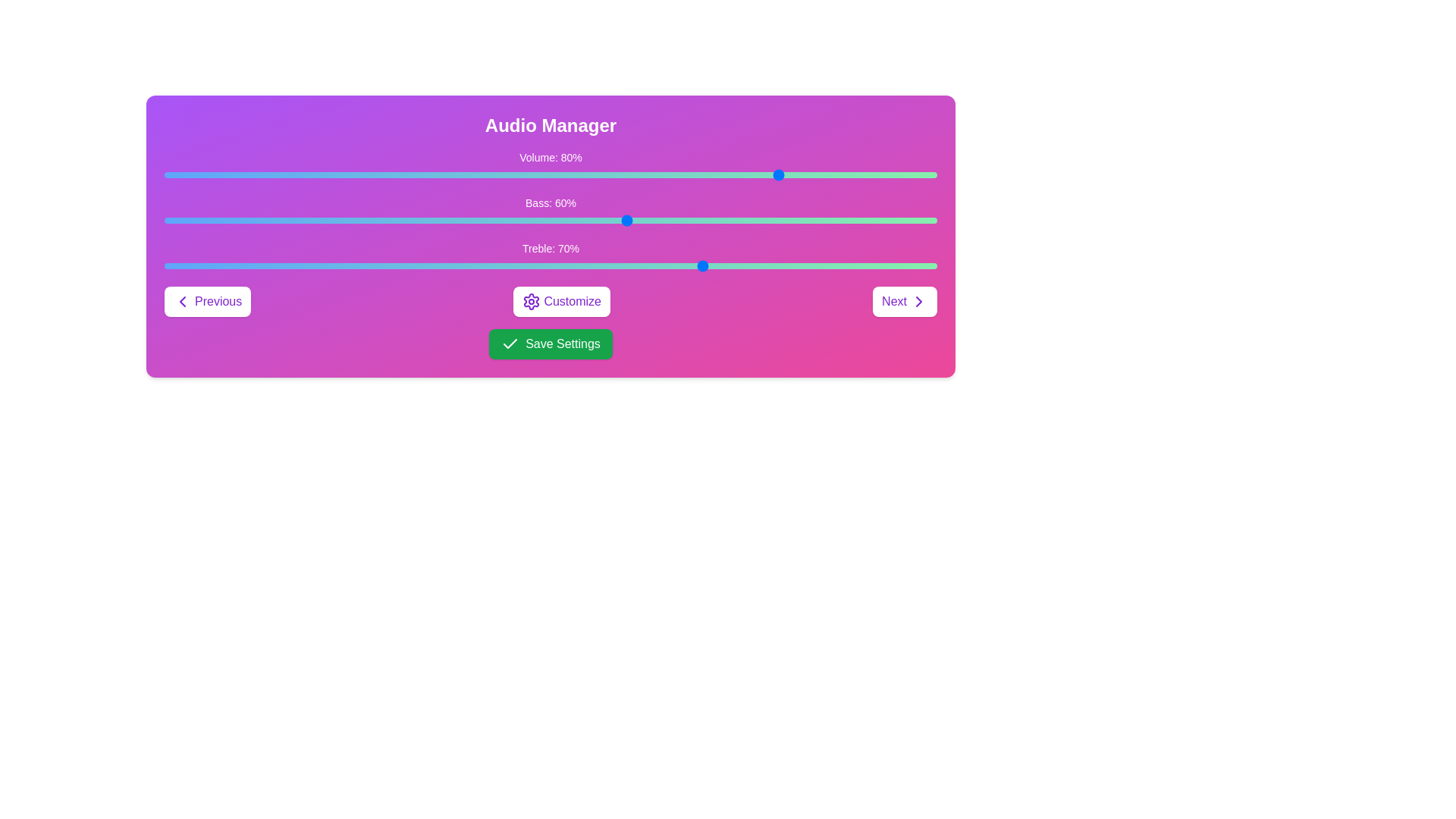 This screenshot has width=1456, height=819. Describe the element at coordinates (550, 256) in the screenshot. I see `the third slider labeled 'Treble: 70%'` at that location.